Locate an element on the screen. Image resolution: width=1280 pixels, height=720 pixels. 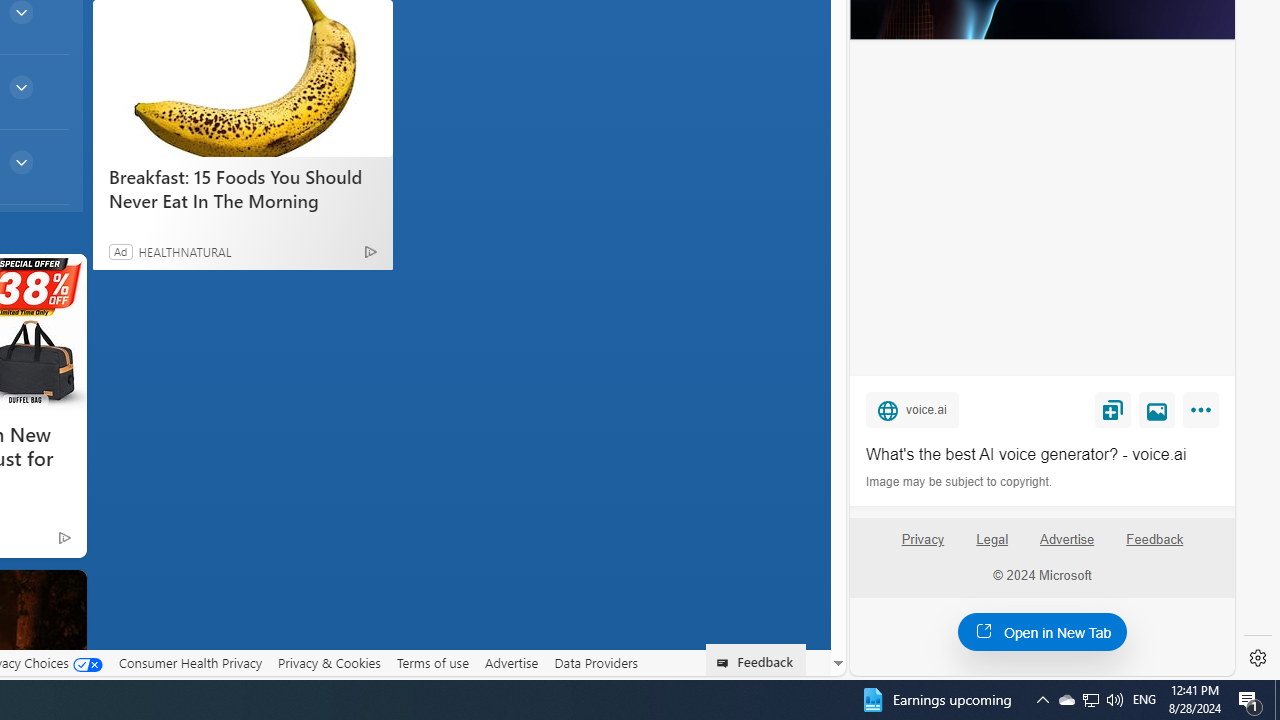
'Breakfast: 15 Foods You Should Never Eat In The Morning' is located at coordinates (241, 77).